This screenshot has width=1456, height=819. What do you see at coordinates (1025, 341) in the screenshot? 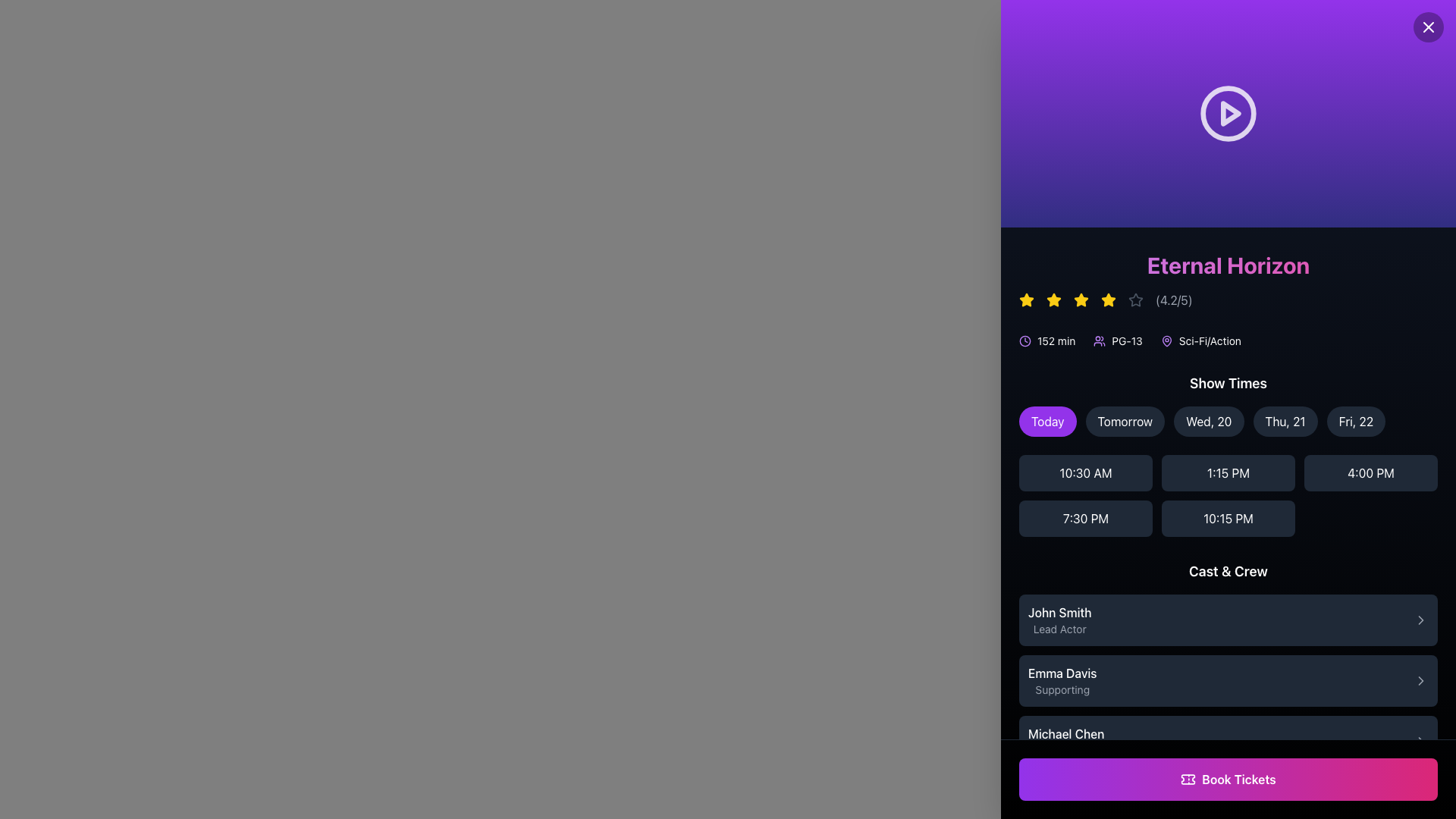
I see `the time duration icon located near the top of the right panel, positioned to the left of the text '152 min'` at bounding box center [1025, 341].